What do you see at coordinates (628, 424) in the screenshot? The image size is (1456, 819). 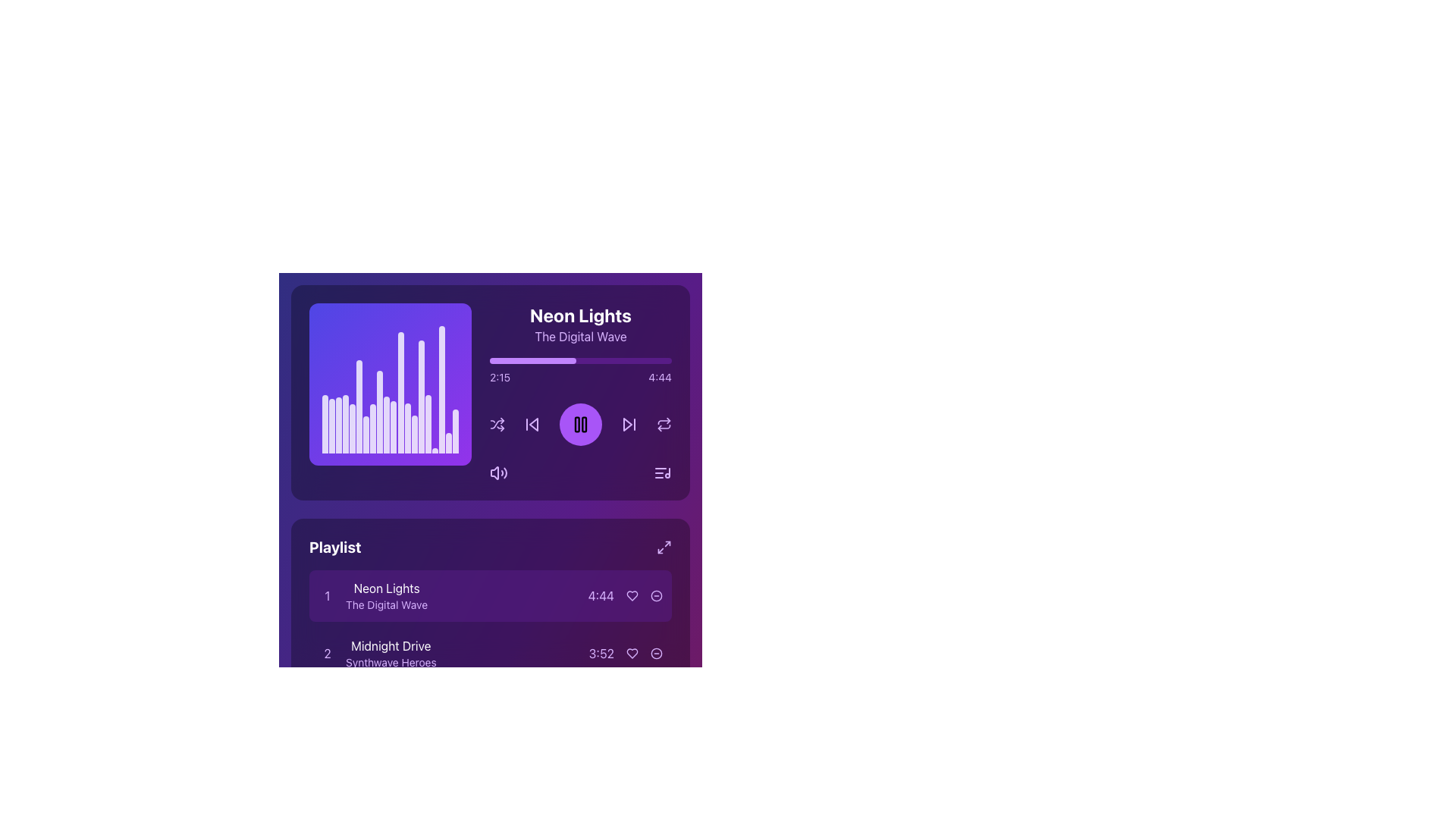 I see `the forward skip icon, which is a triangular shape pointing to the right, located within the control section of the music player interface, adjacent to the central pause button` at bounding box center [628, 424].